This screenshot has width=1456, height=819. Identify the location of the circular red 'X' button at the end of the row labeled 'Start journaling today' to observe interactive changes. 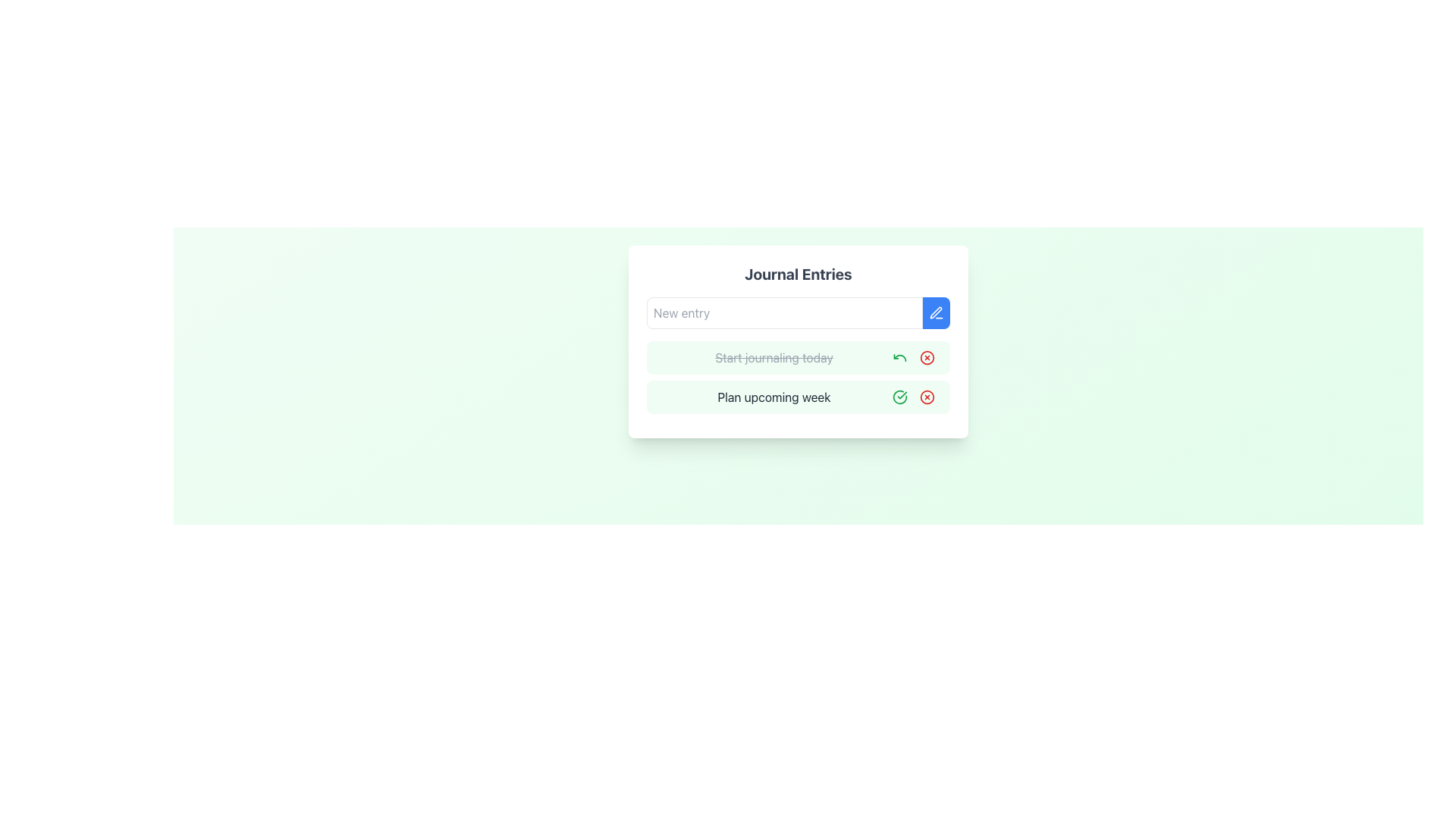
(927, 357).